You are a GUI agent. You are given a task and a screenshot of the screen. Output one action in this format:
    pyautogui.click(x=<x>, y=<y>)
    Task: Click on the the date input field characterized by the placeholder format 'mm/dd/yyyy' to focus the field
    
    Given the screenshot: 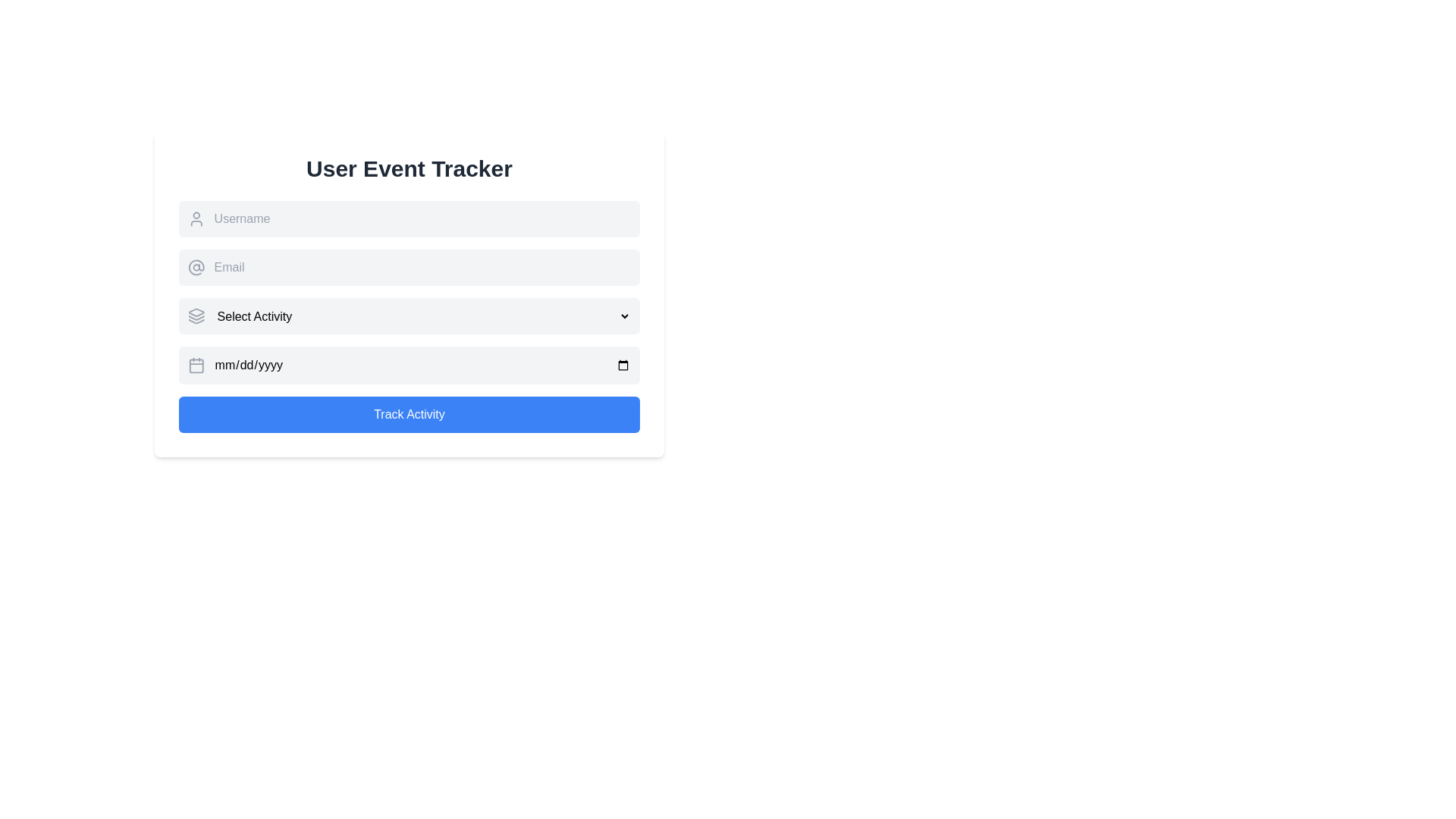 What is the action you would take?
    pyautogui.click(x=422, y=366)
    